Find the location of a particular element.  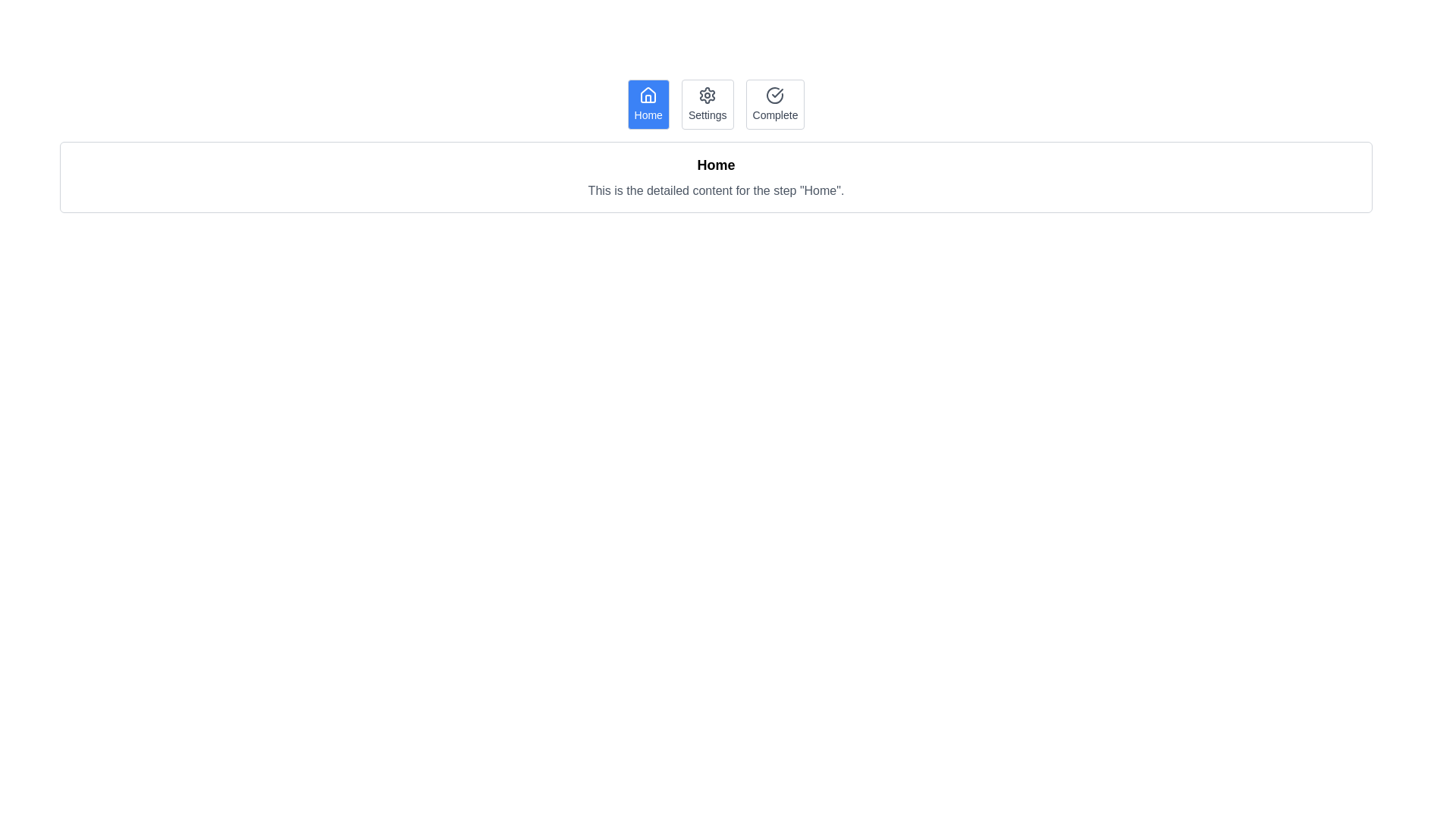

the 'Settings' text label located in the second button of the navigation bar, positioned between the Home and Complete buttons is located at coordinates (707, 114).